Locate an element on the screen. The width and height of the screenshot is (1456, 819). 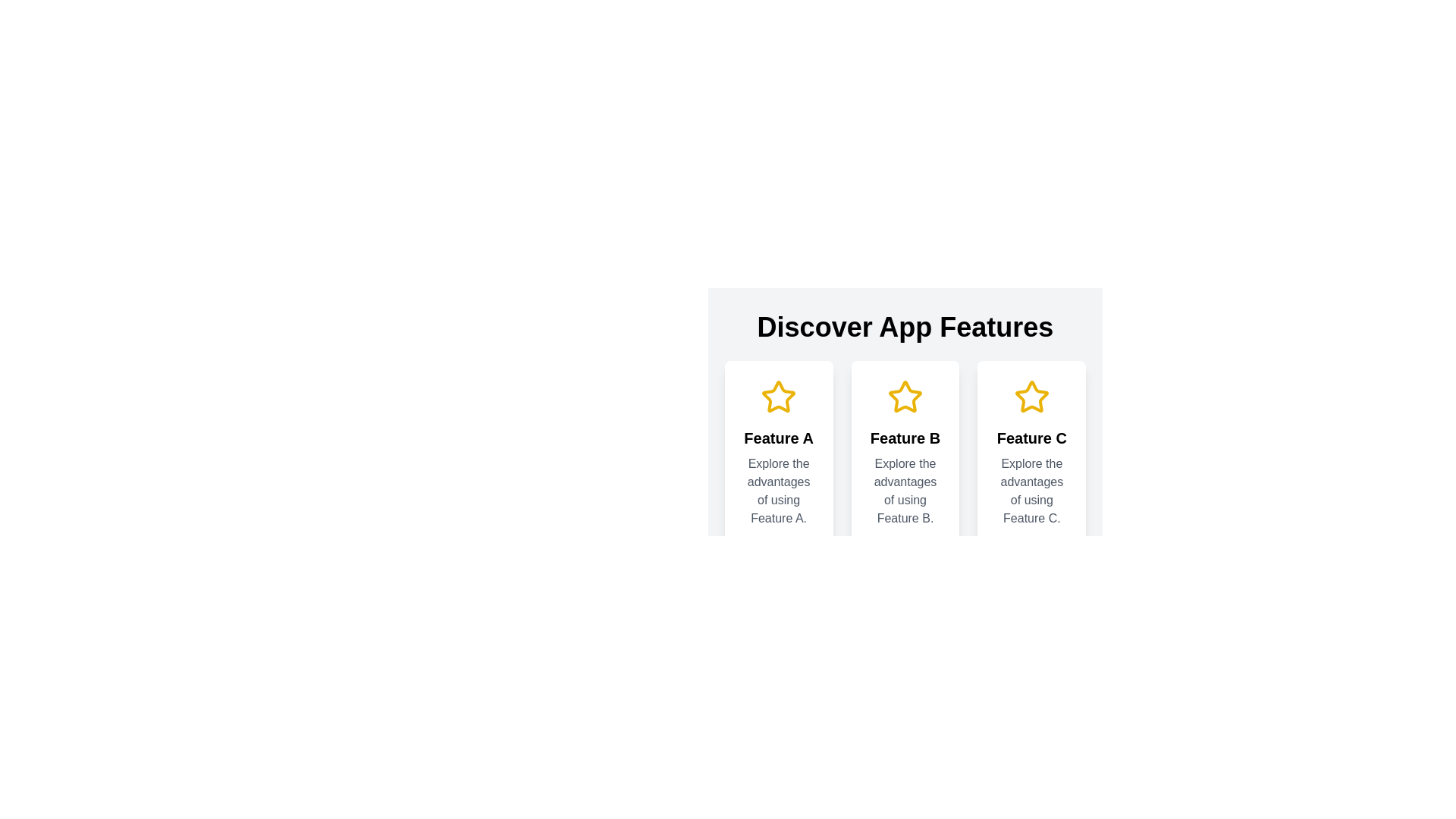
the Informational card introducing Feature C, which is the third card in a row of three cards located to the right of the 'Feature B' card and below the title 'Discover App Features.' is located at coordinates (1031, 452).